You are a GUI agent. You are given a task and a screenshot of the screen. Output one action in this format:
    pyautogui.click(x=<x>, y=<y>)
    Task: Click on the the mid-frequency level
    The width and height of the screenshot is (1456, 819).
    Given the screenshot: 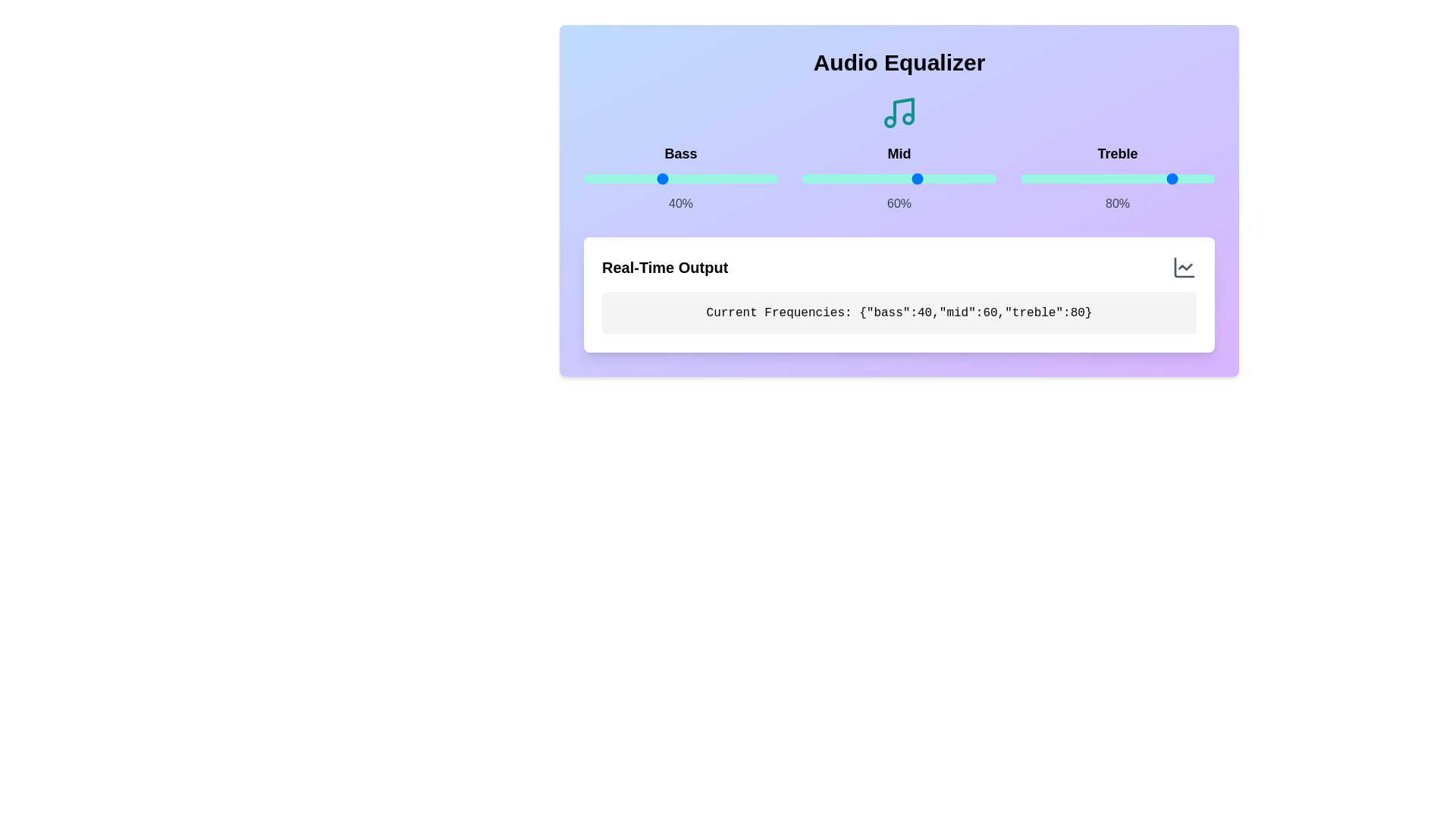 What is the action you would take?
    pyautogui.click(x=988, y=177)
    